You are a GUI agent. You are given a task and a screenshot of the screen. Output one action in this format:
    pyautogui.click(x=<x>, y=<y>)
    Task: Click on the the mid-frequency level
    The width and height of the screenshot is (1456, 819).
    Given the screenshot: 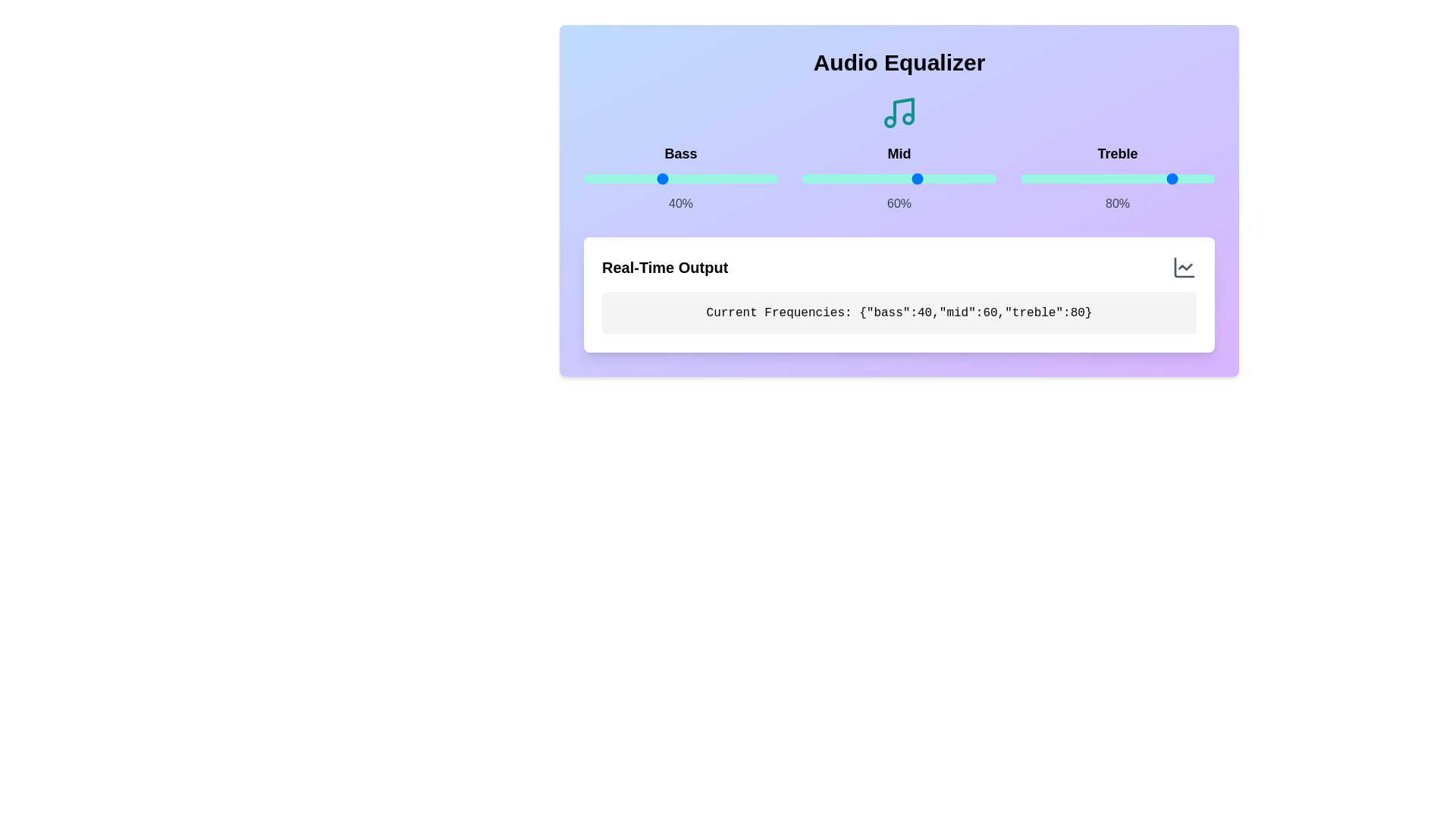 What is the action you would take?
    pyautogui.click(x=988, y=177)
    